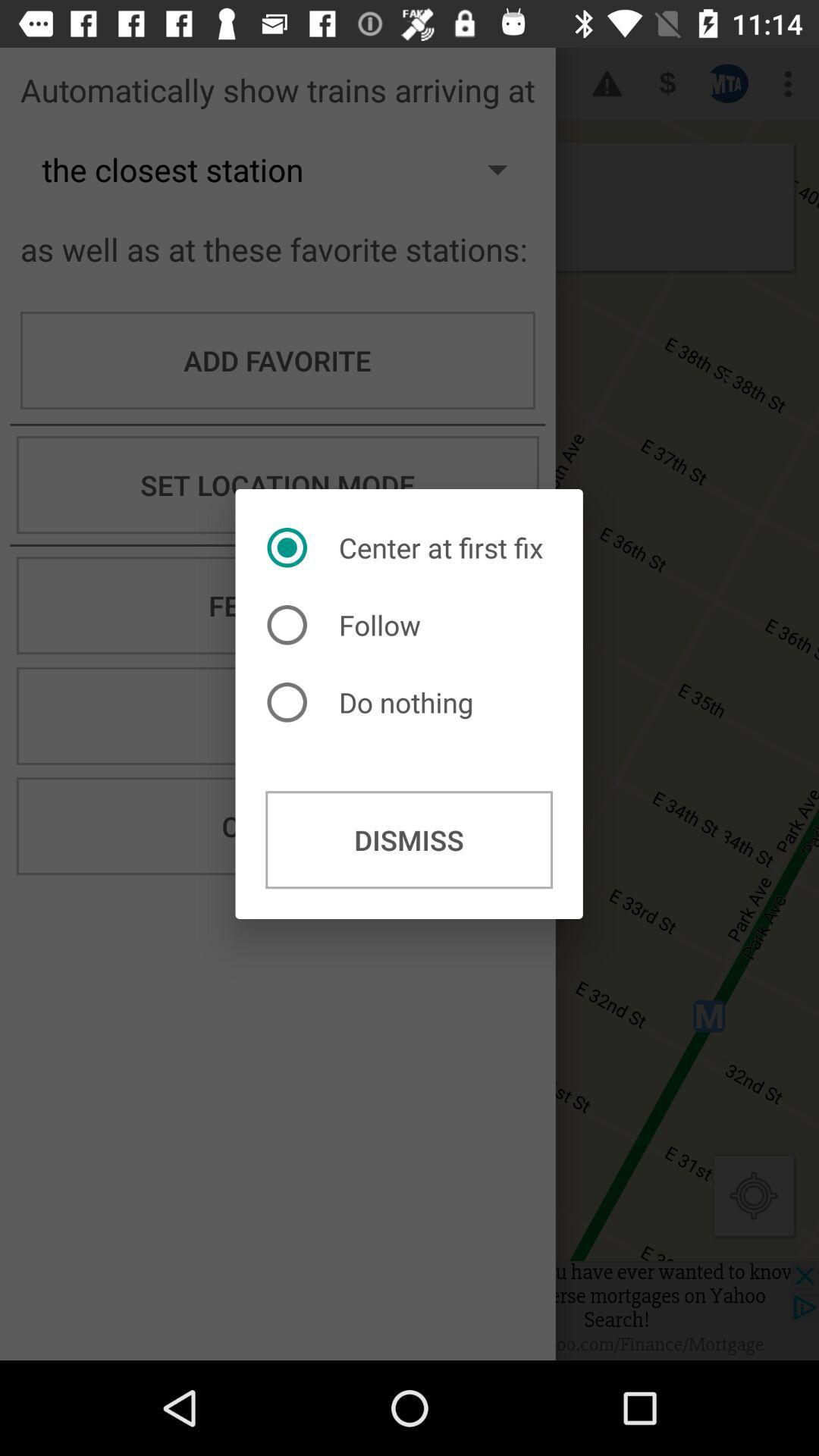 This screenshot has width=819, height=1456. Describe the element at coordinates (374, 701) in the screenshot. I see `do nothing radio button` at that location.